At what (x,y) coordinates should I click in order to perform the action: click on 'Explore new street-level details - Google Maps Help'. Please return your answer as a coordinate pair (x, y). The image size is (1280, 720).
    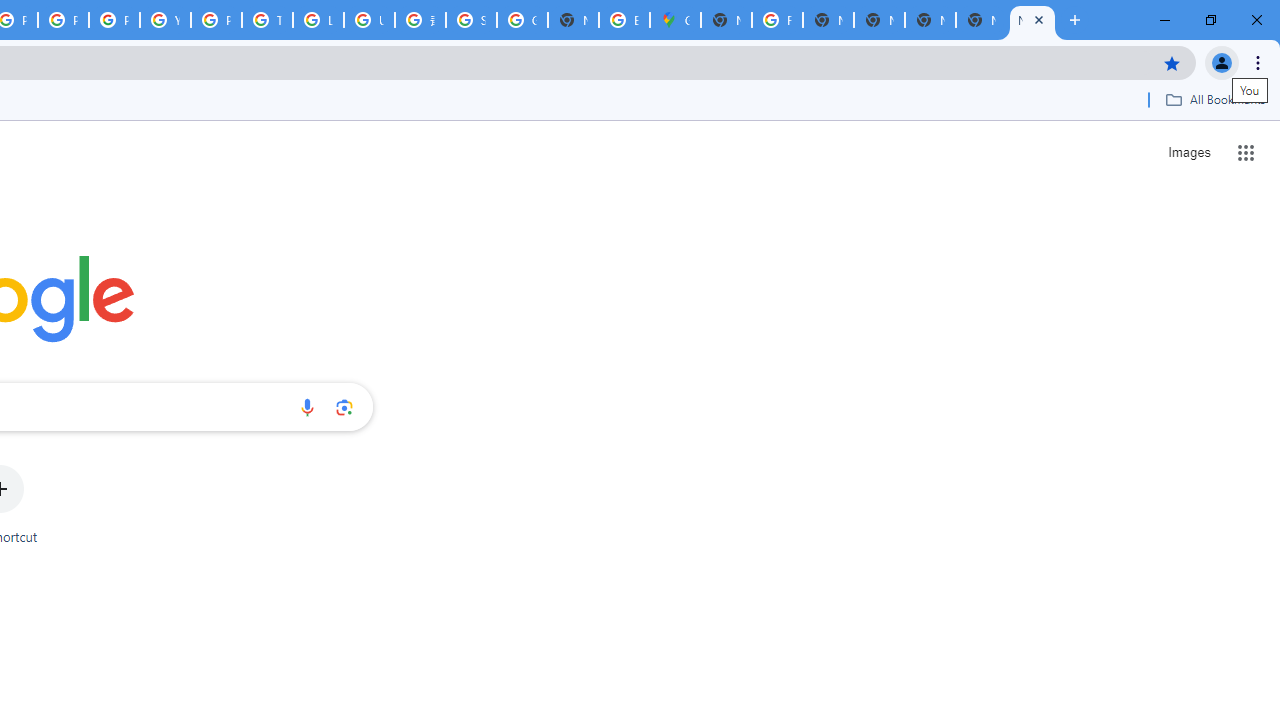
    Looking at the image, I should click on (623, 20).